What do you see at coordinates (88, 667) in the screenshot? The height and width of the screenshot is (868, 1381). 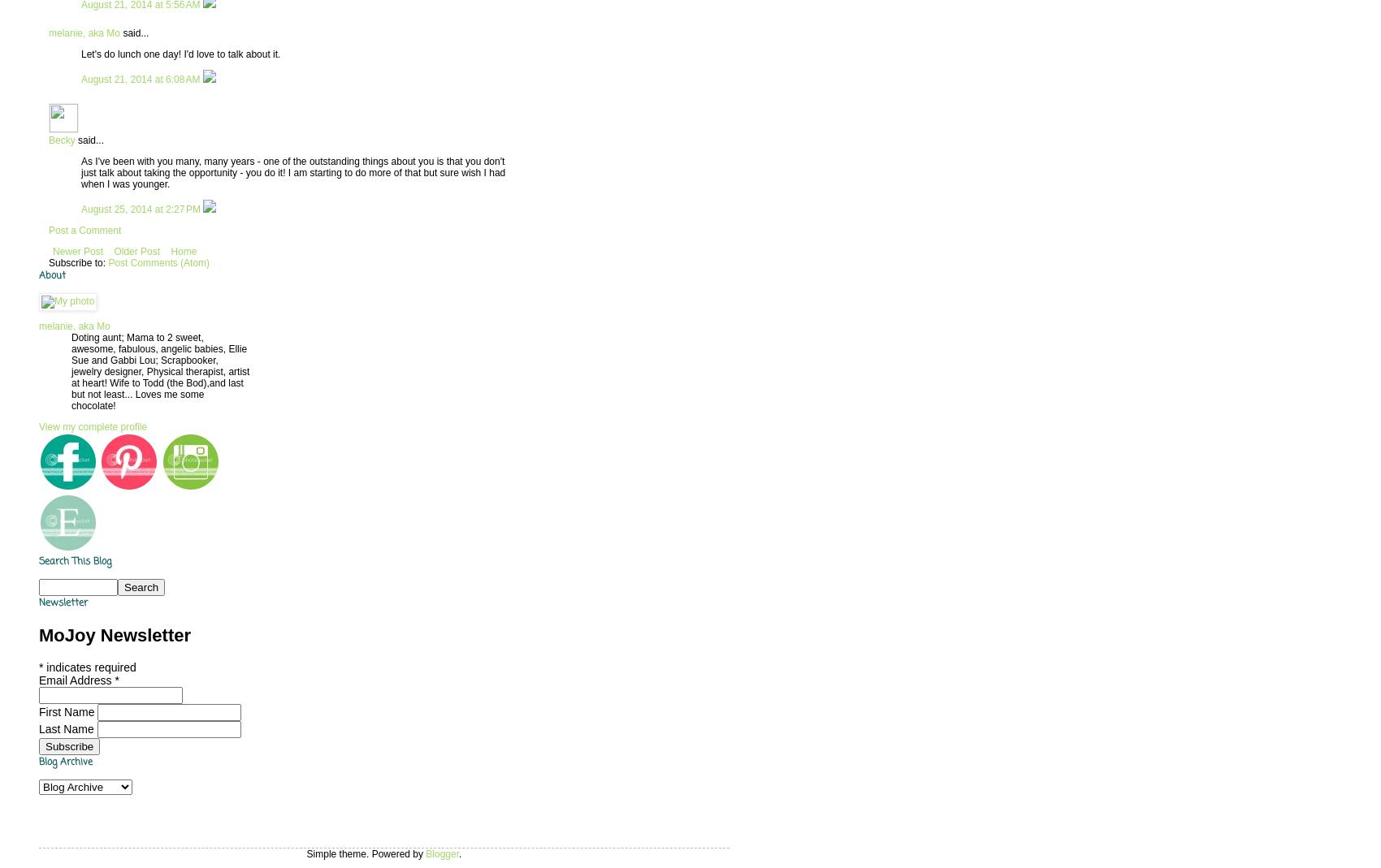 I see `'indicates required'` at bounding box center [88, 667].